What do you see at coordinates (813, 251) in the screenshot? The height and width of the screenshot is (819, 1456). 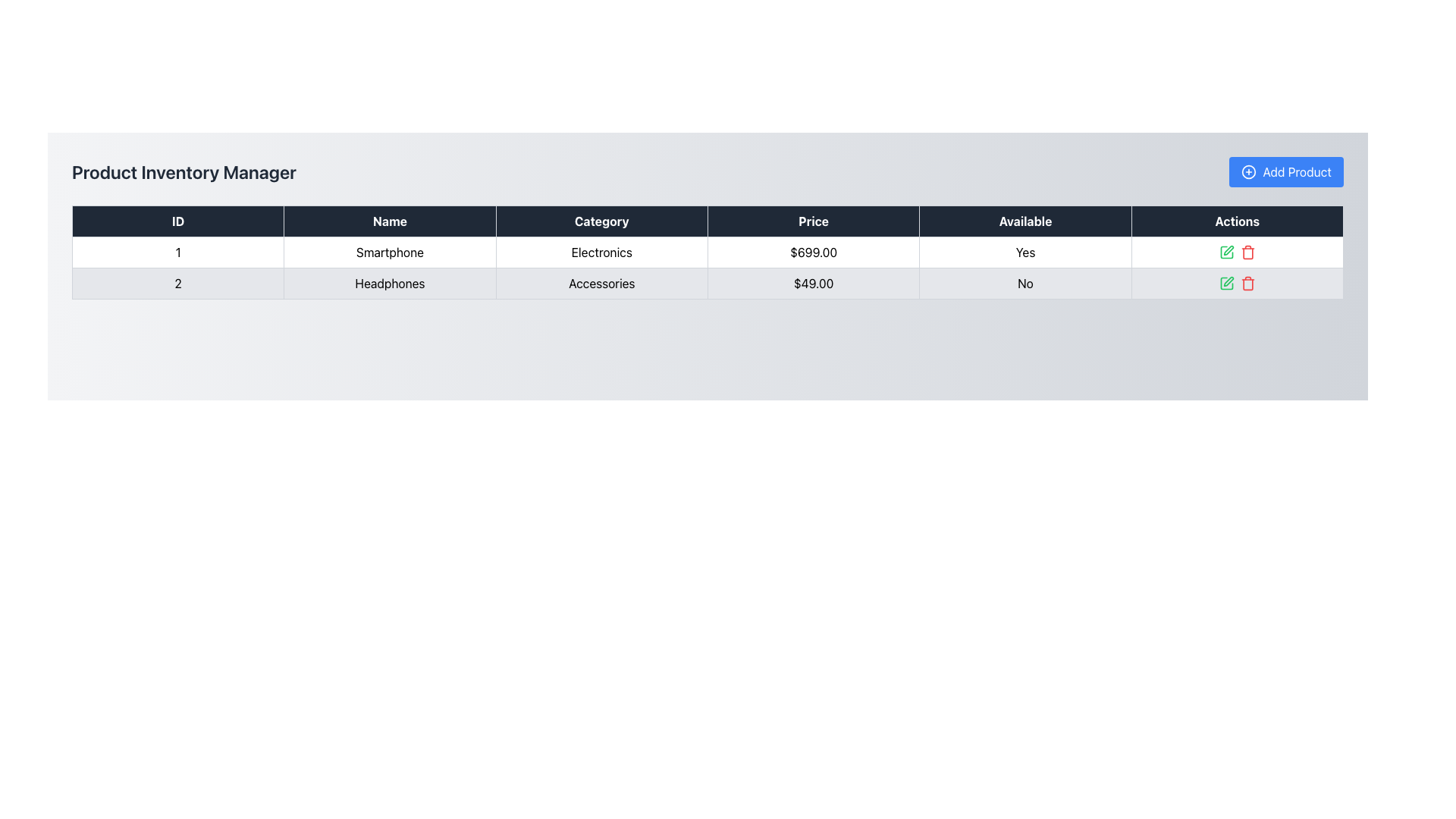 I see `the Text Label displaying the price '$699.00' in the fourth column of the first row of the product details table` at bounding box center [813, 251].